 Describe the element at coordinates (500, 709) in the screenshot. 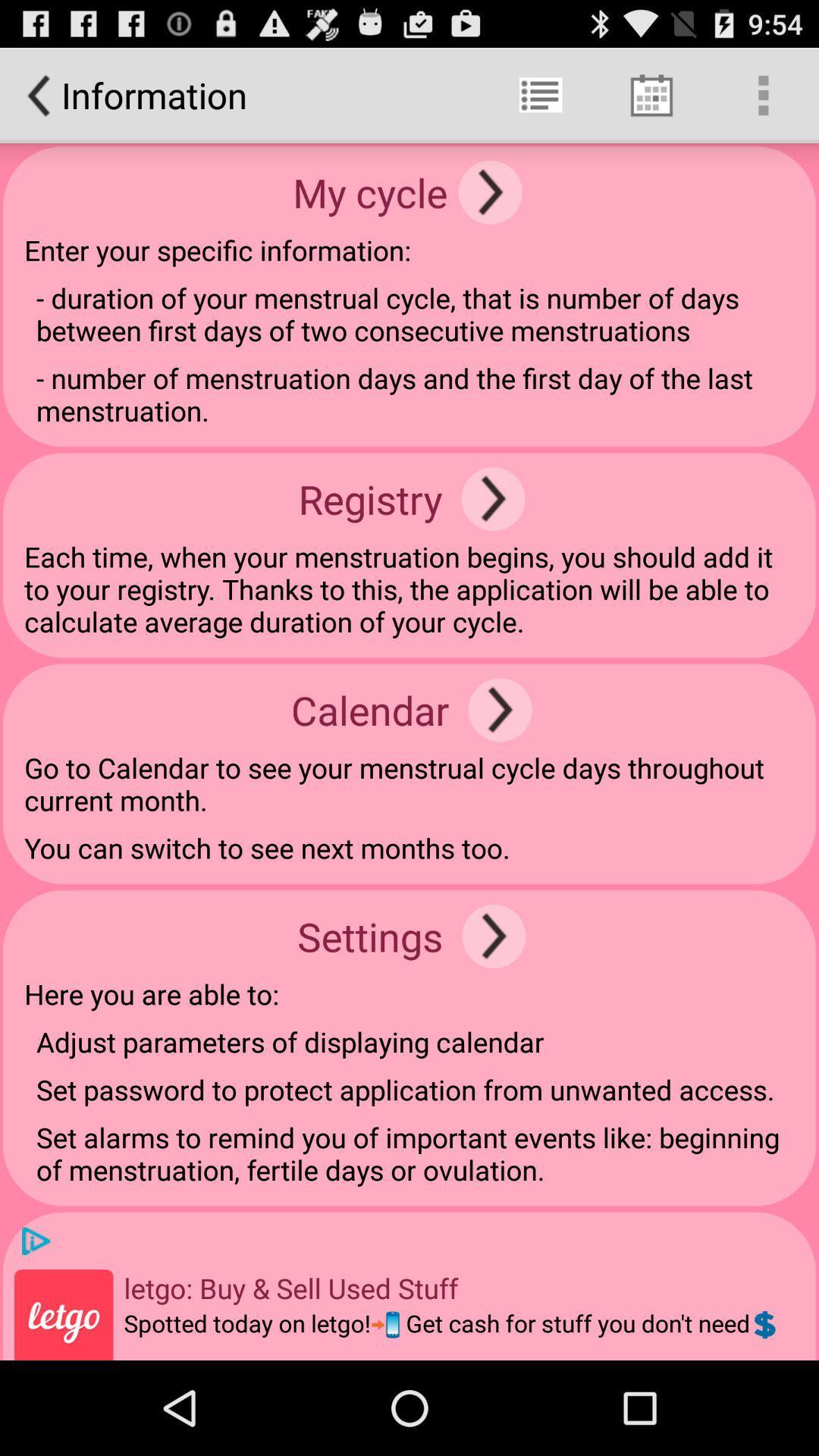

I see `calender option` at that location.